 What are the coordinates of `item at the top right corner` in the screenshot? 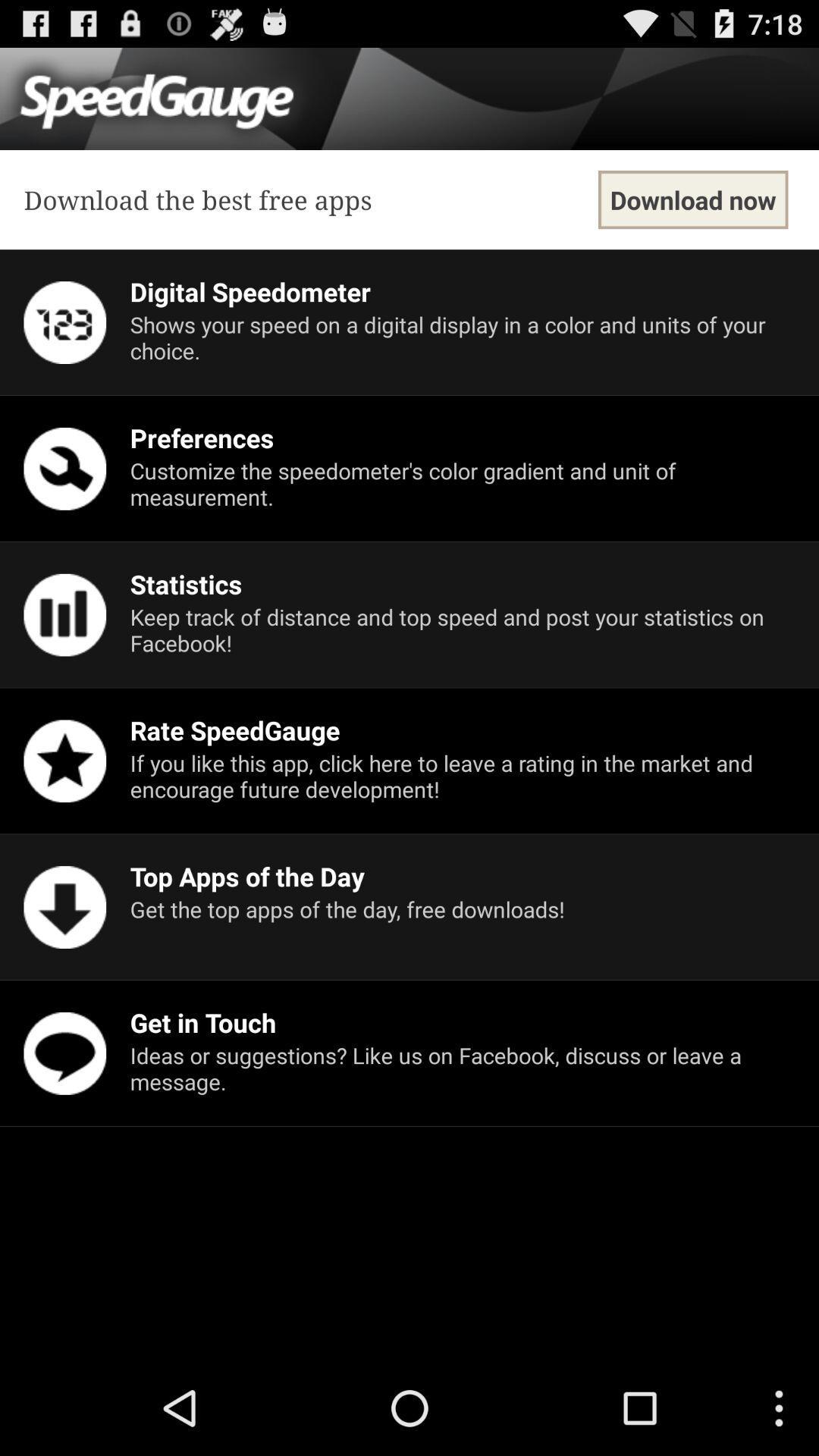 It's located at (693, 199).